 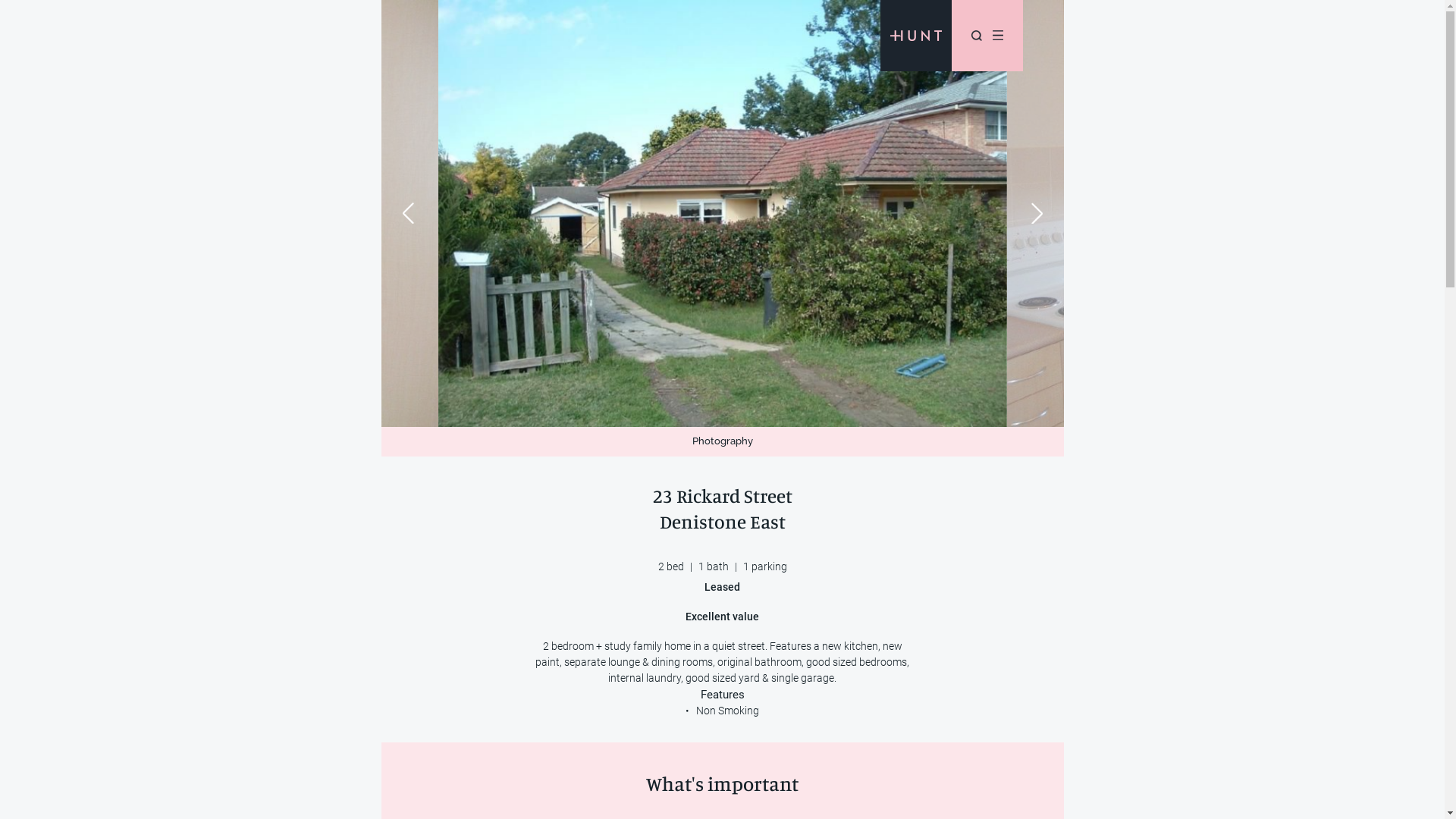 What do you see at coordinates (997, 34) in the screenshot?
I see `'Open main menu'` at bounding box center [997, 34].